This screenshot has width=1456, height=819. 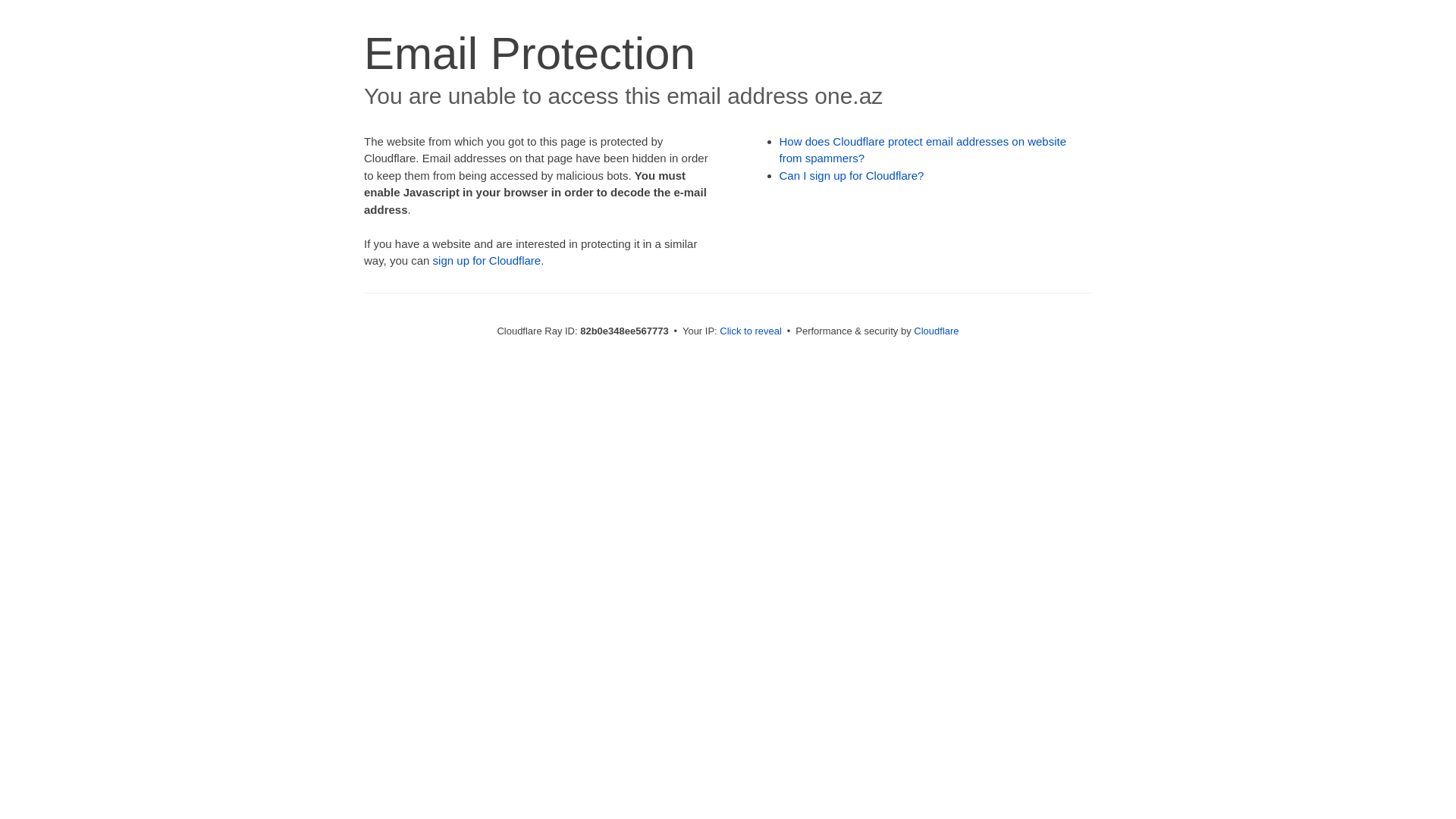 I want to click on 'Cloudflare', so click(x=935, y=330).